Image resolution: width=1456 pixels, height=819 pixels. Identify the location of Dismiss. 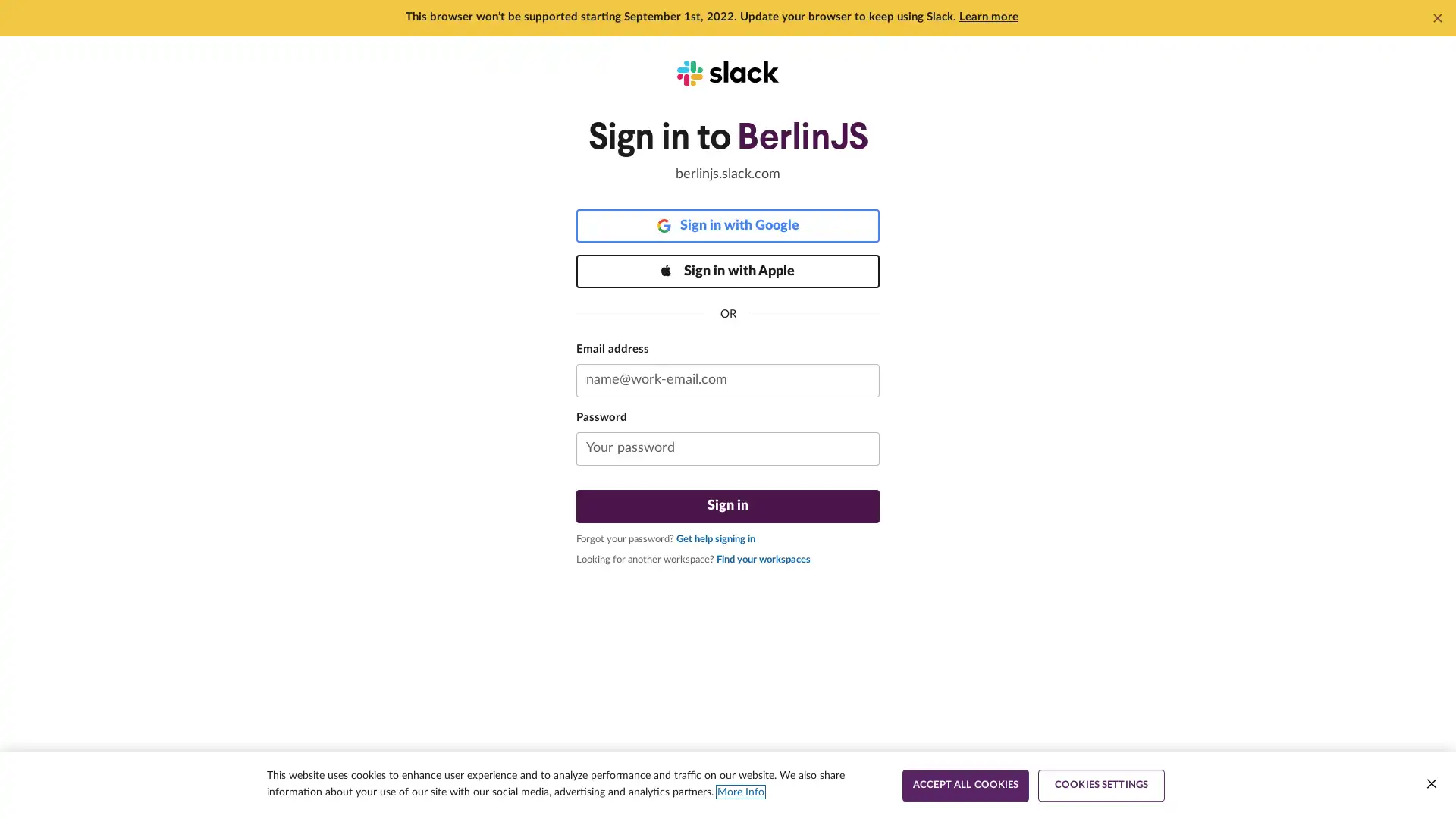
(1437, 17).